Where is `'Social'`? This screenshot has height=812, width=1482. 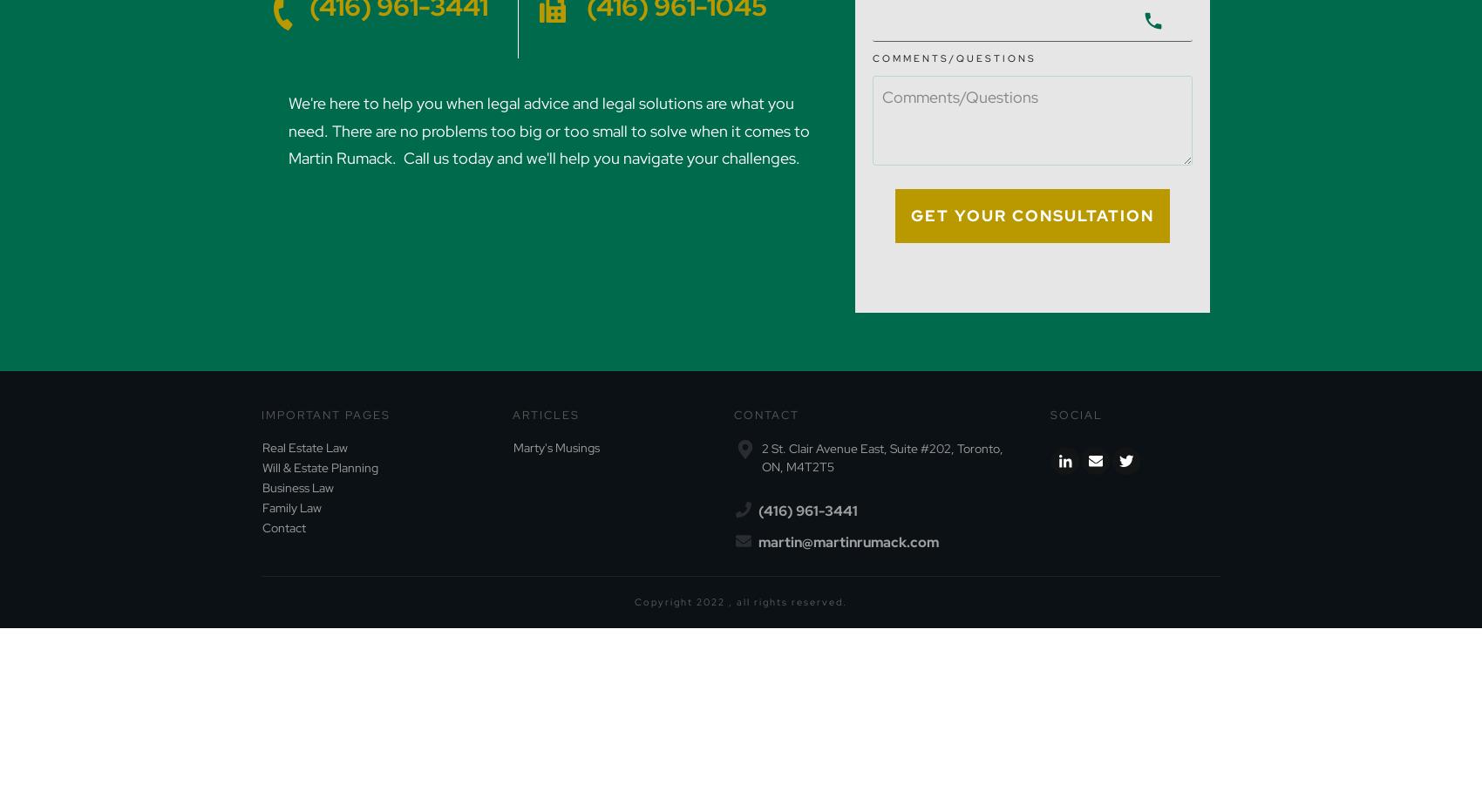
'Social' is located at coordinates (1076, 413).